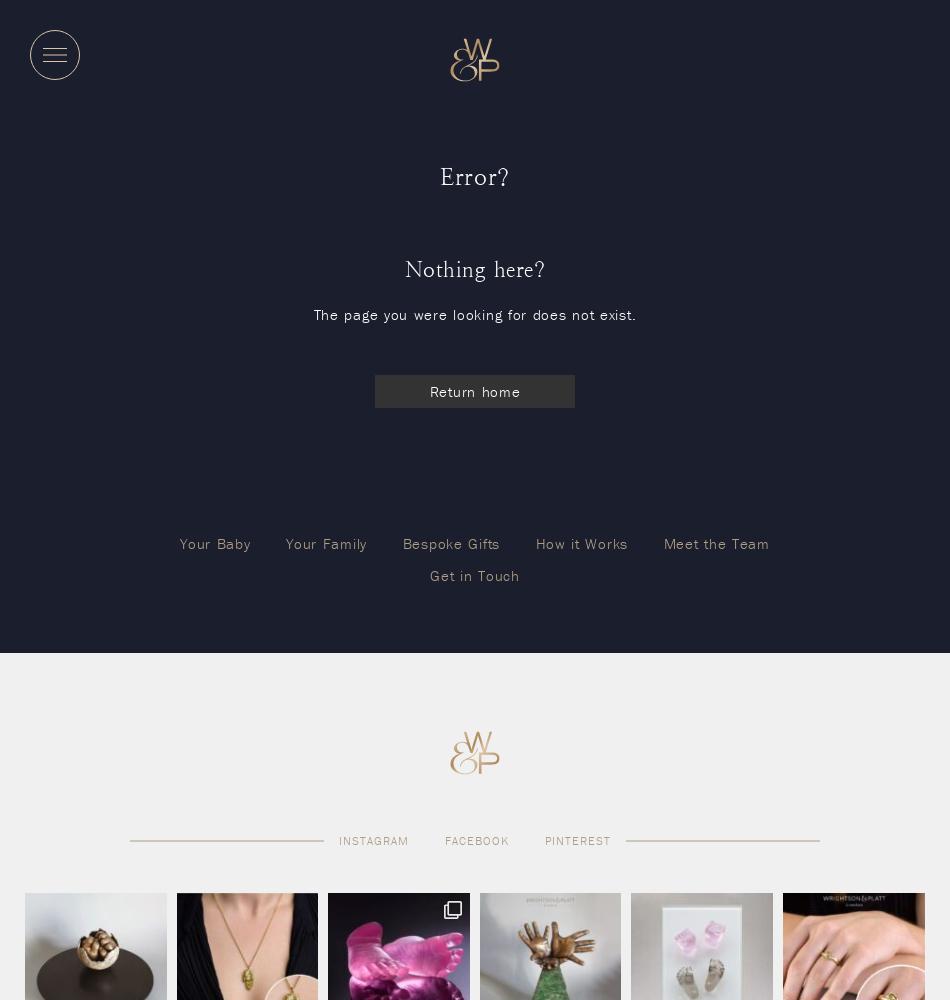 This screenshot has height=1000, width=950. I want to click on 'Get in Touch', so click(473, 574).